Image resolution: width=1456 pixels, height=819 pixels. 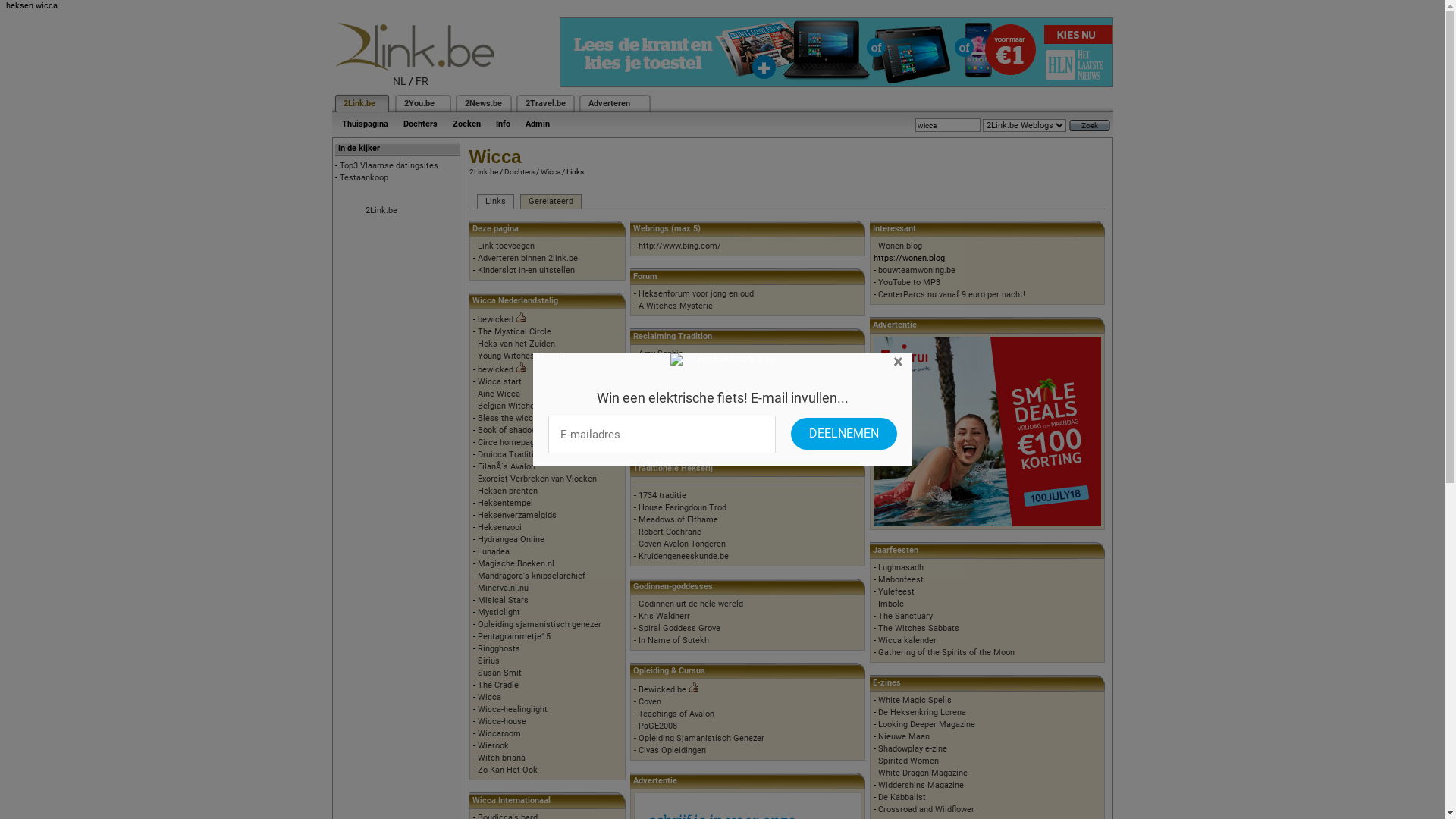 What do you see at coordinates (638, 377) in the screenshot?
I see `'Reclaiming homepage'` at bounding box center [638, 377].